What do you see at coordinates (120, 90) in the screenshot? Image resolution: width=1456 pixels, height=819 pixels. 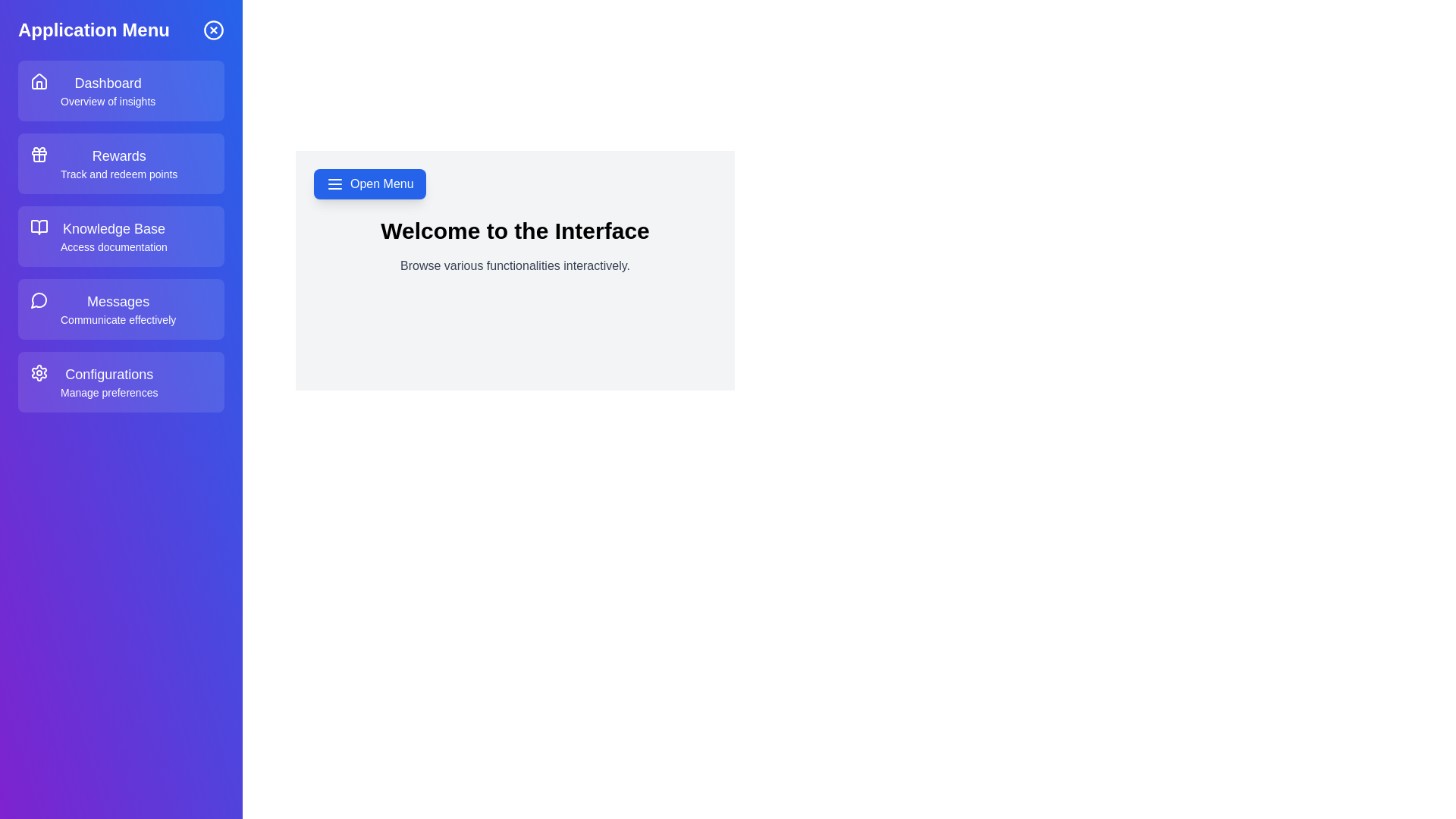 I see `the menu item labeled Dashboard` at bounding box center [120, 90].